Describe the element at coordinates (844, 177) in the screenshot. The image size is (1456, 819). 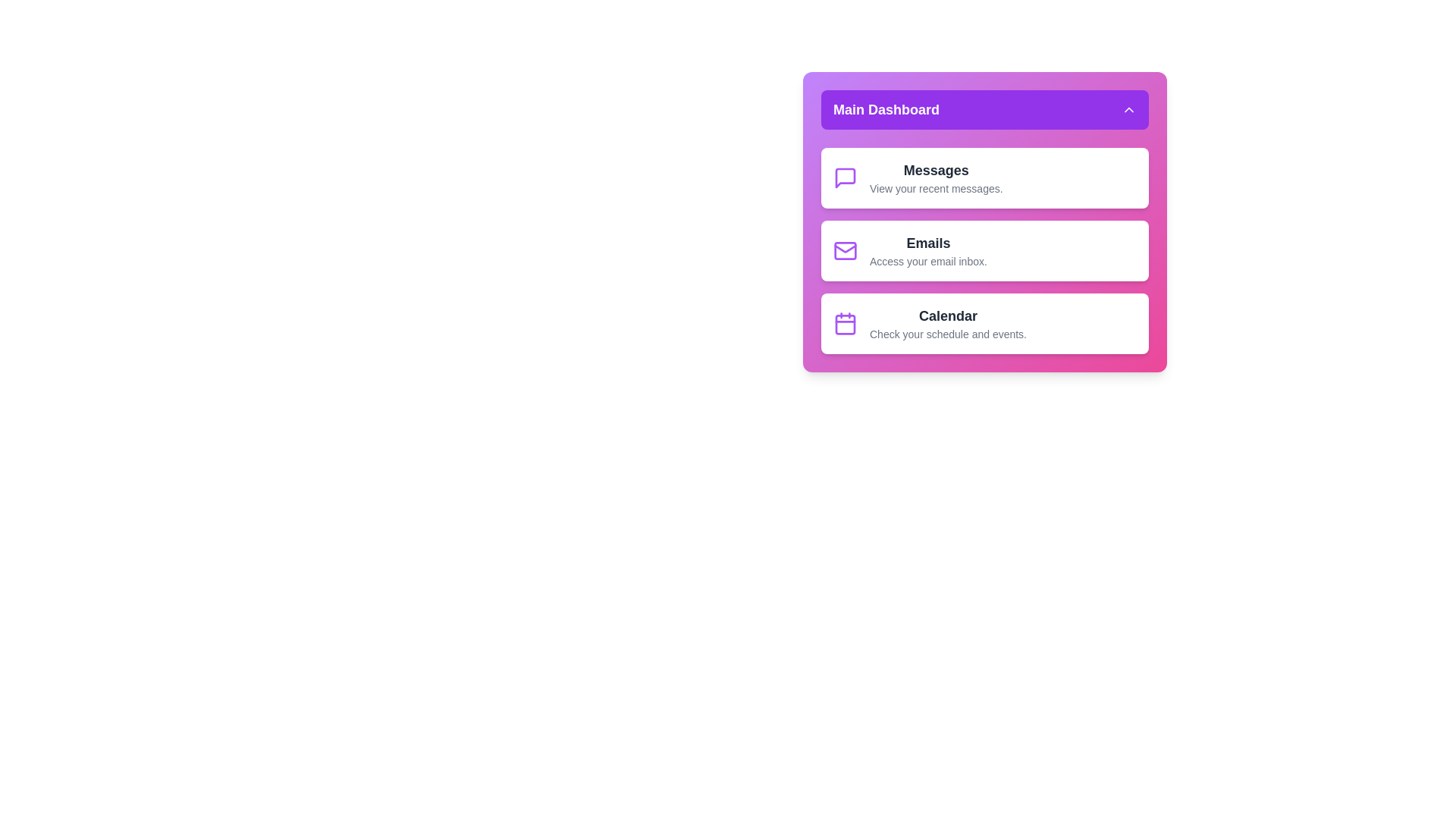
I see `the menu item icon for Messages` at that location.